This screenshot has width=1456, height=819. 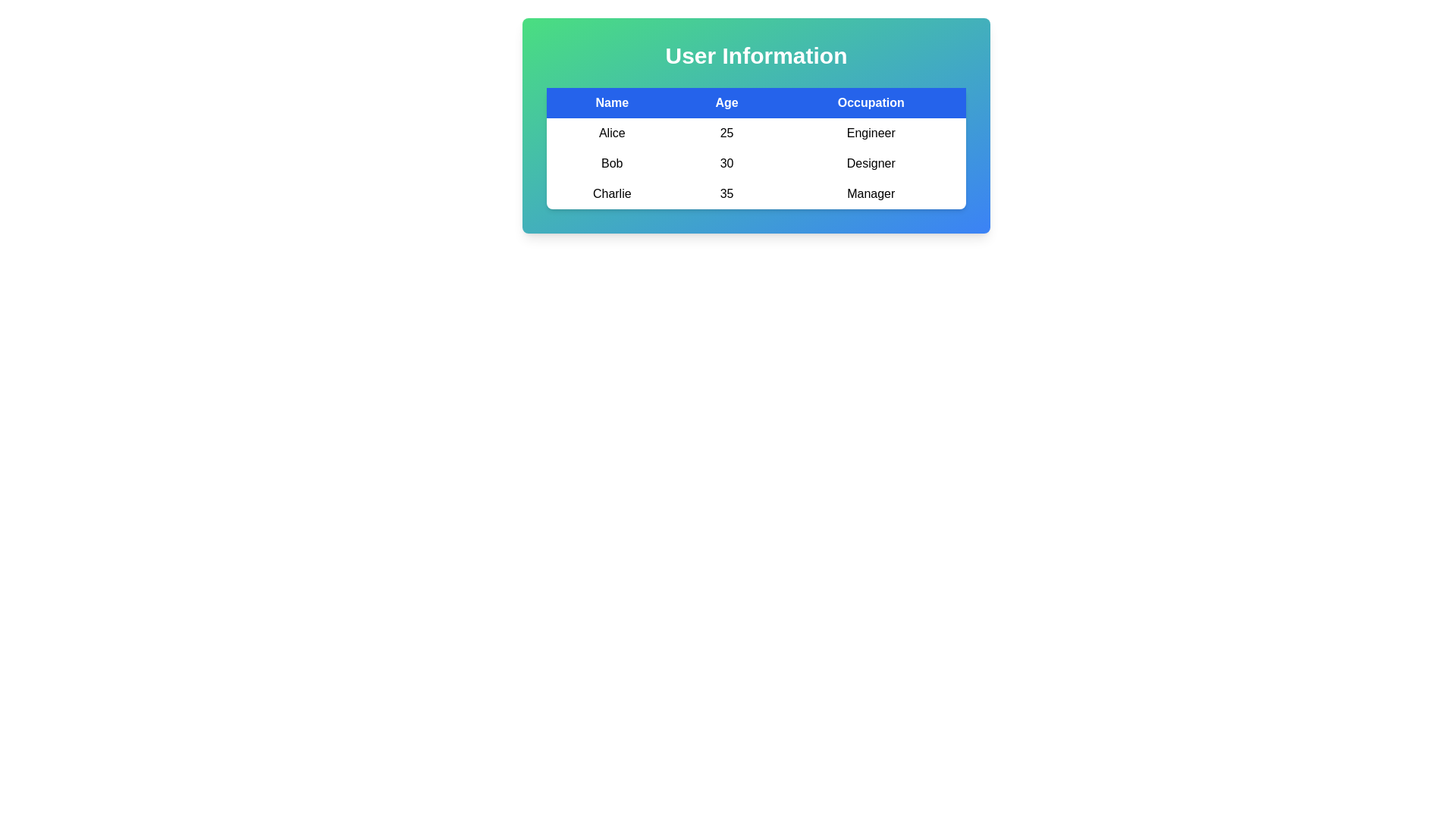 I want to click on text from the Text Label displaying 'Manager' in the 'Occupation' column for the row corresponding to 'Charlie' in the User Information table, so click(x=871, y=193).